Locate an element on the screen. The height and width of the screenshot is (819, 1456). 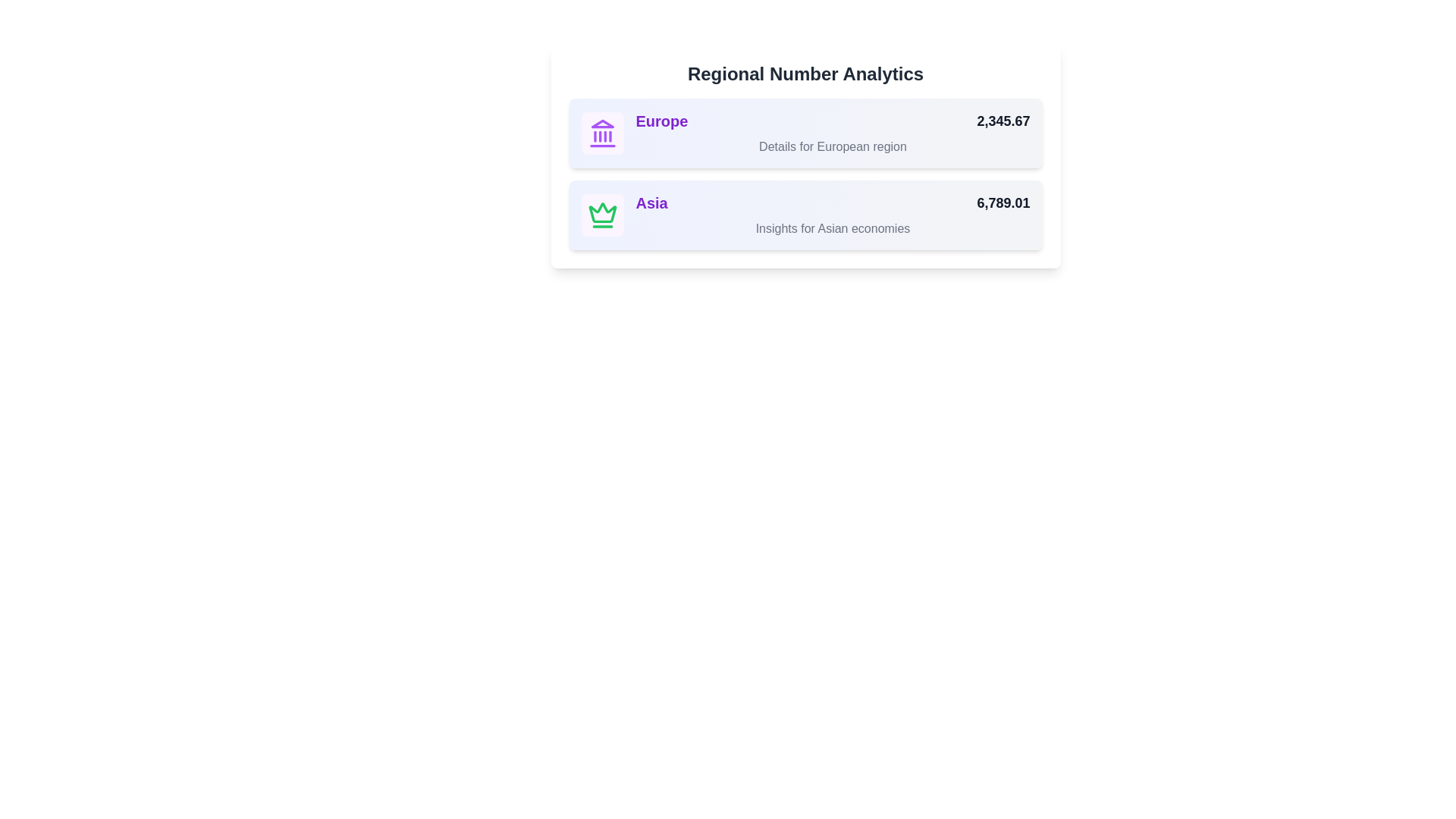
the textual element displaying 'Insights for Asian economies' in light gray font, located below the section labeled 'Asia' and aligned with other text elements is located at coordinates (832, 228).